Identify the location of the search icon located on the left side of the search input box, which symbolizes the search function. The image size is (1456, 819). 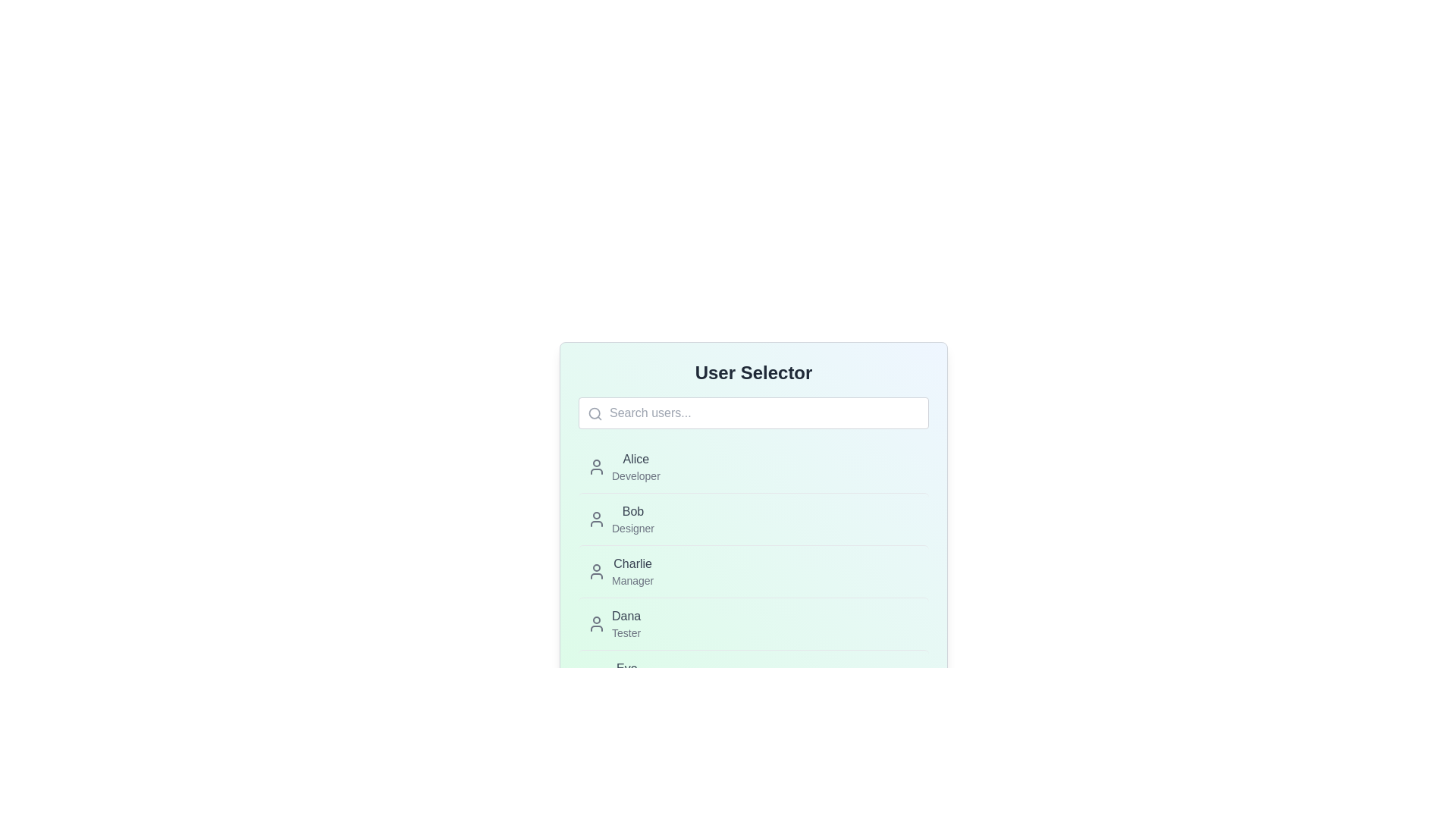
(595, 414).